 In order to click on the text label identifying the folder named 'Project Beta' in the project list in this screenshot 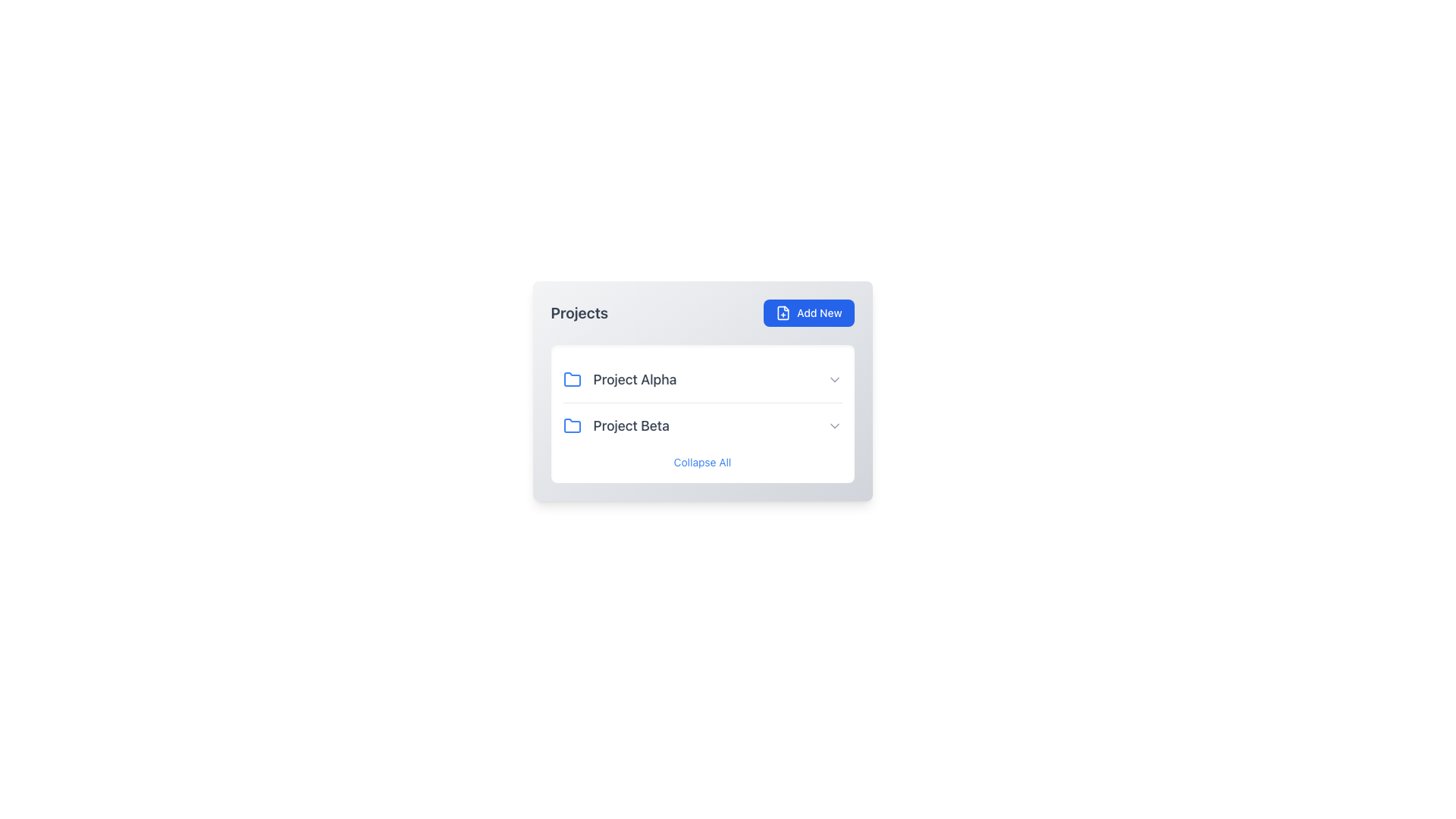, I will do `click(631, 426)`.